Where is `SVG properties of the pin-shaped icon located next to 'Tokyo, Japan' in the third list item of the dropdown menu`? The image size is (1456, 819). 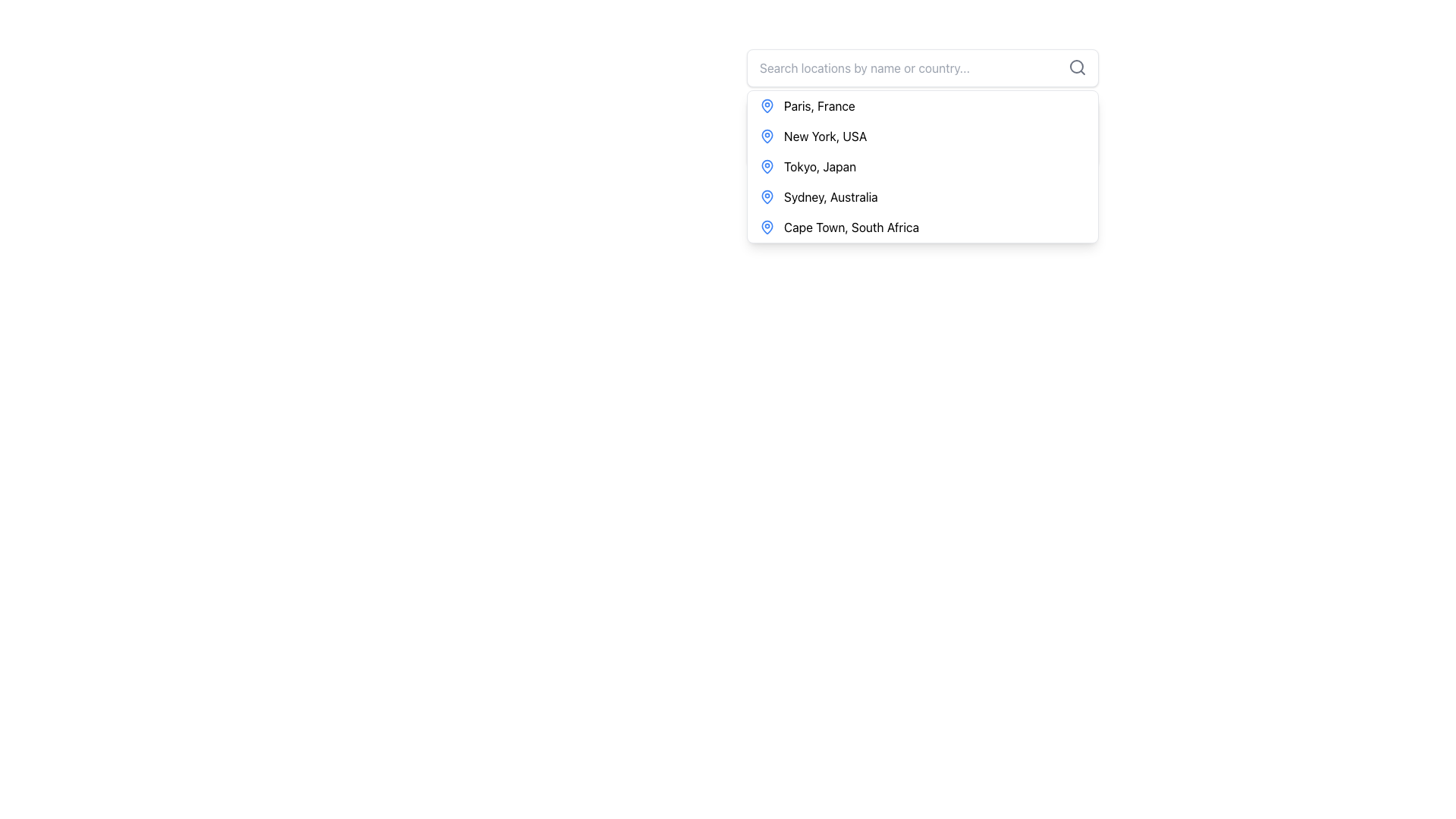 SVG properties of the pin-shaped icon located next to 'Tokyo, Japan' in the third list item of the dropdown menu is located at coordinates (767, 166).